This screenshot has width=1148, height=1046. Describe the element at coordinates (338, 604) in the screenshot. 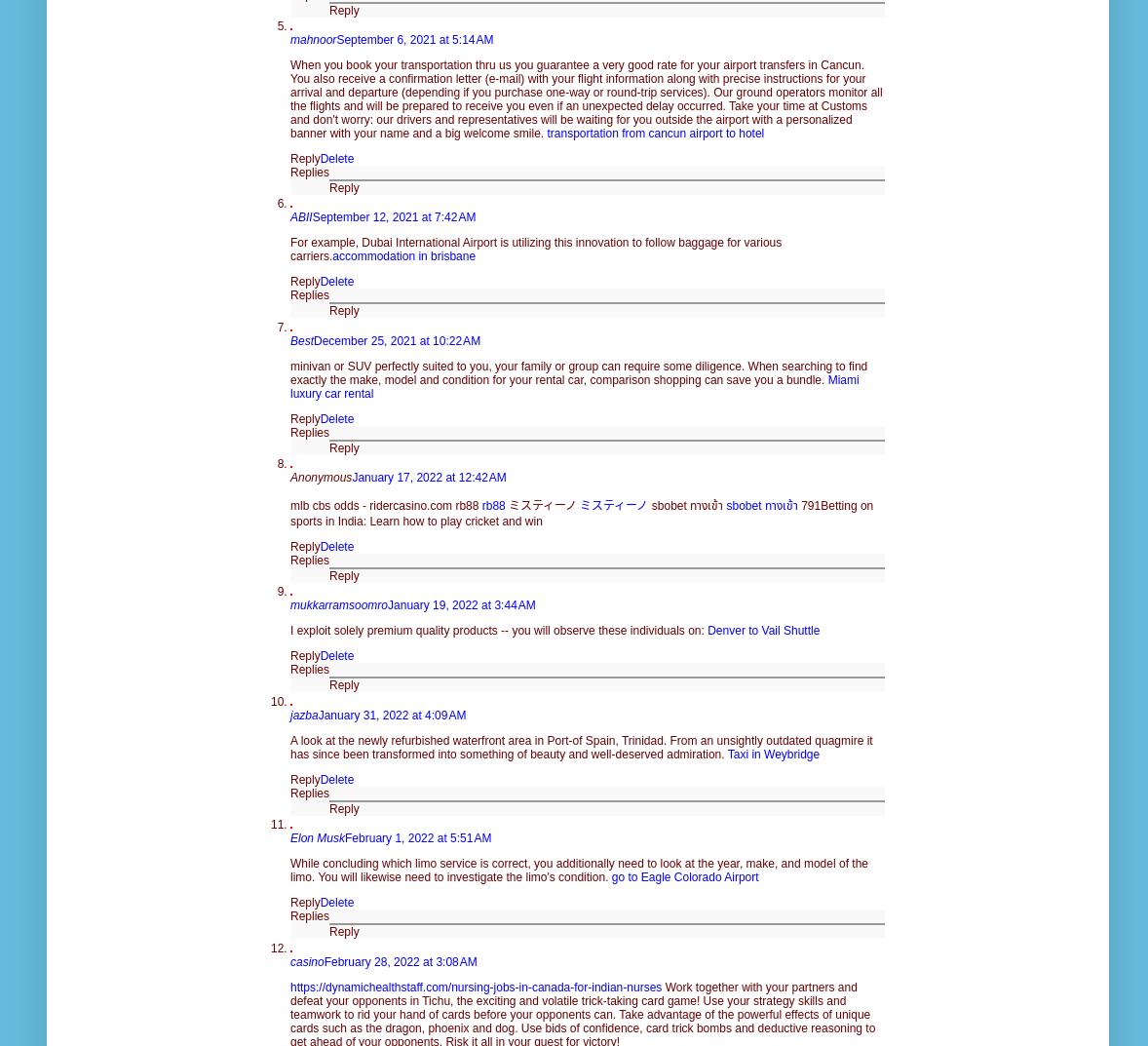

I see `'mukkarramsoomro'` at that location.